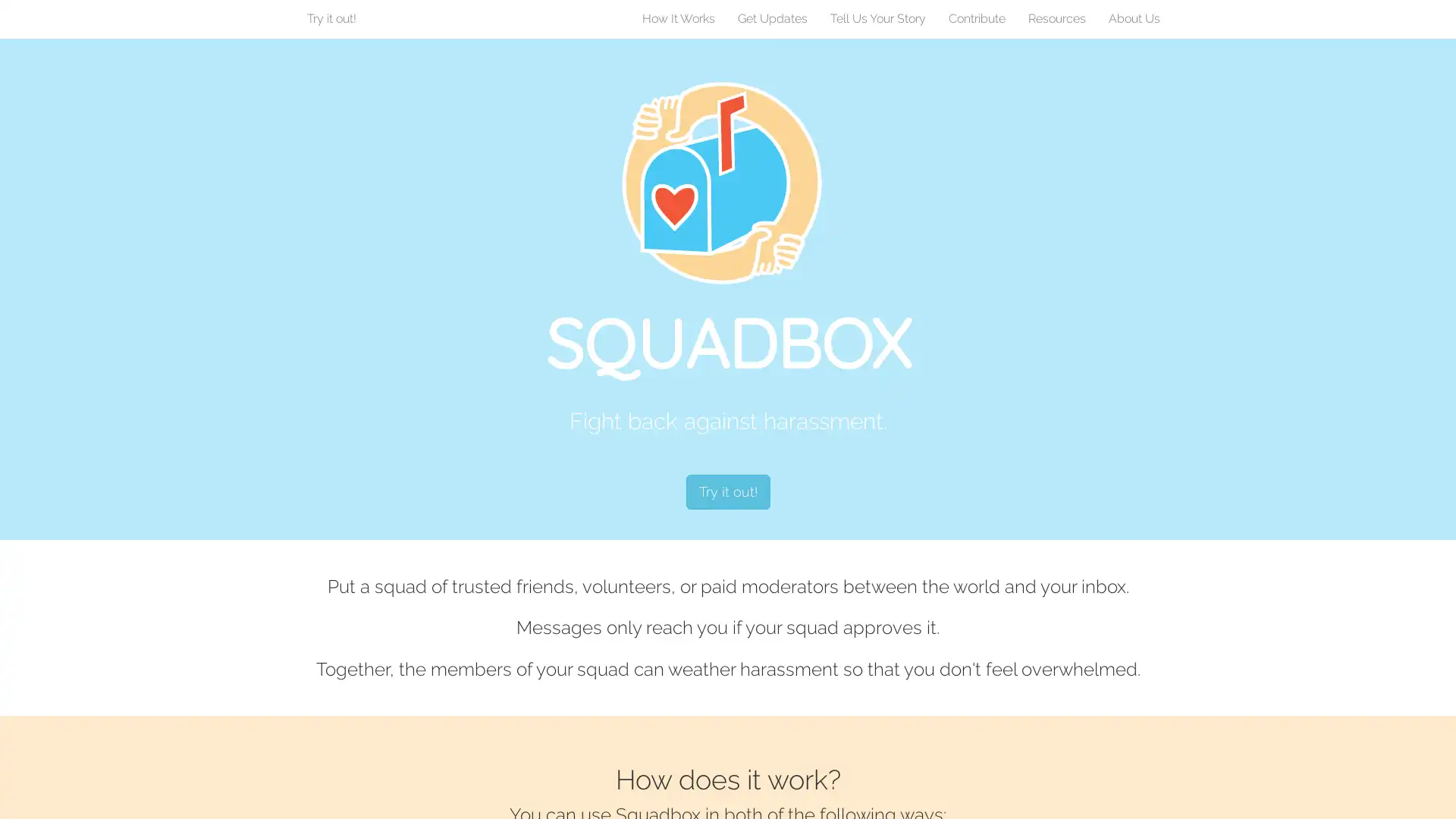  What do you see at coordinates (726, 491) in the screenshot?
I see `Try it out!` at bounding box center [726, 491].